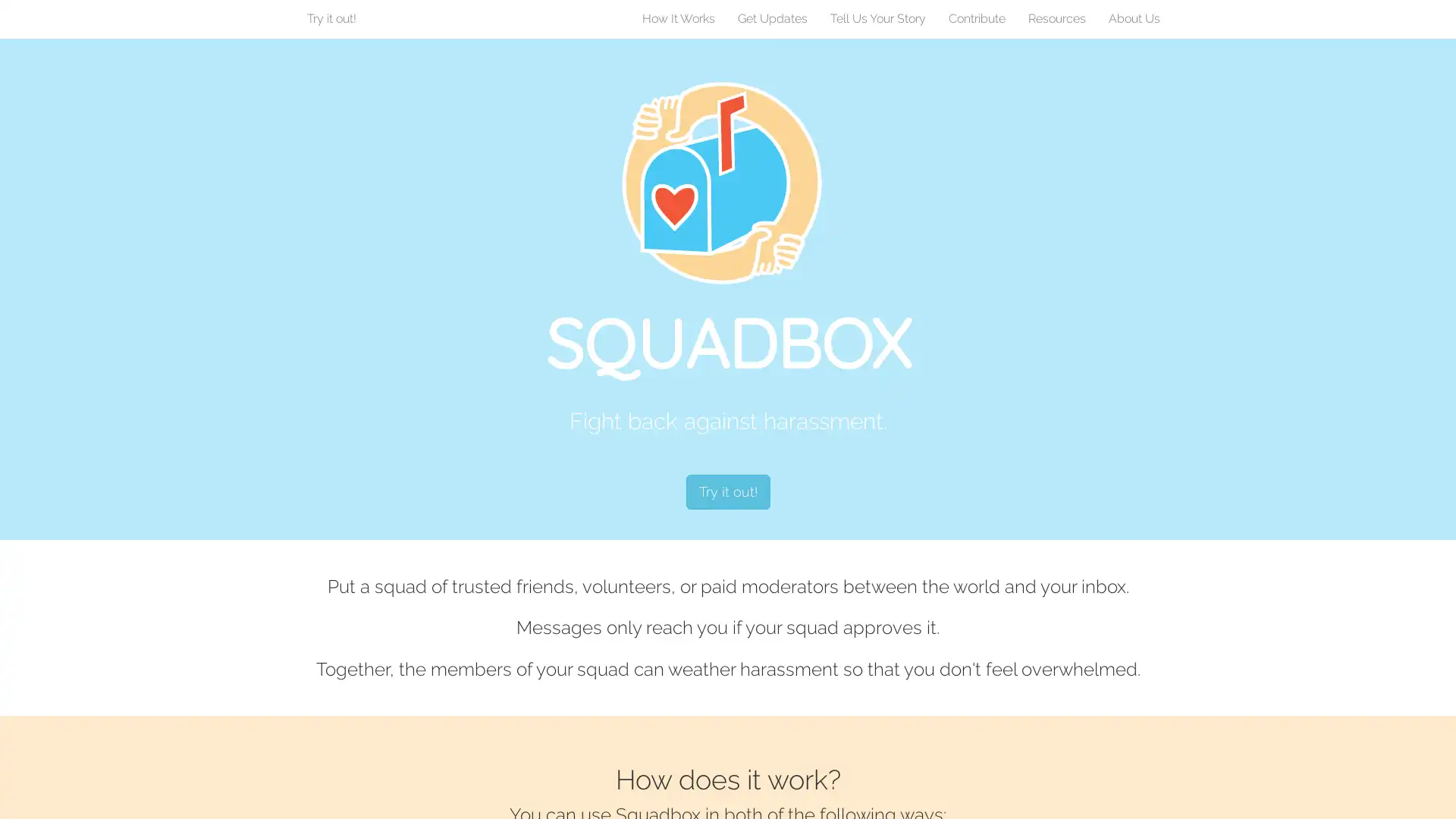  What do you see at coordinates (726, 491) in the screenshot?
I see `Try it out!` at bounding box center [726, 491].